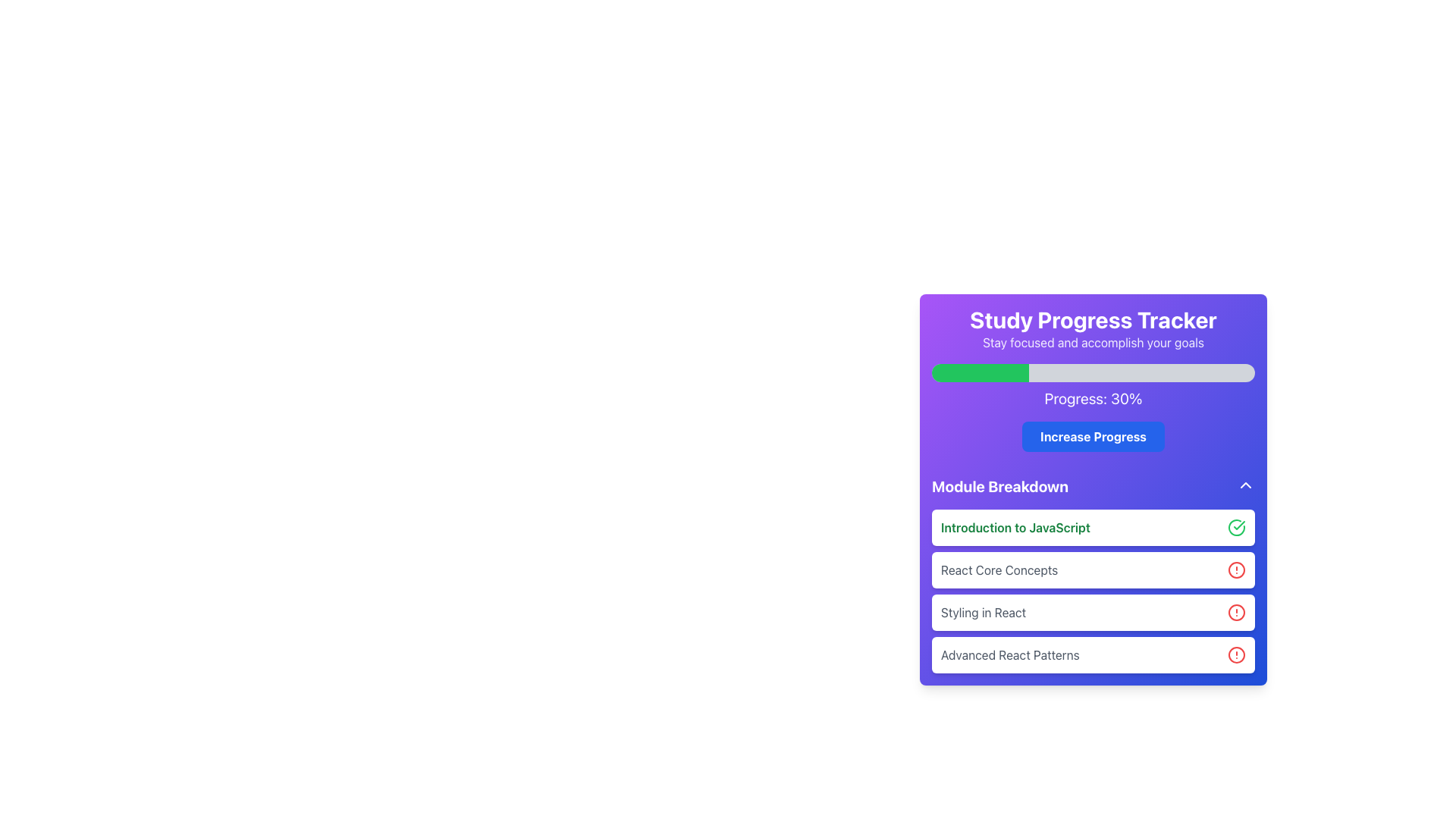  I want to click on the warning or alert indicator icon located on the right side of the 'Styling in React' section within the 'Module Breakdown' area, so click(1237, 611).